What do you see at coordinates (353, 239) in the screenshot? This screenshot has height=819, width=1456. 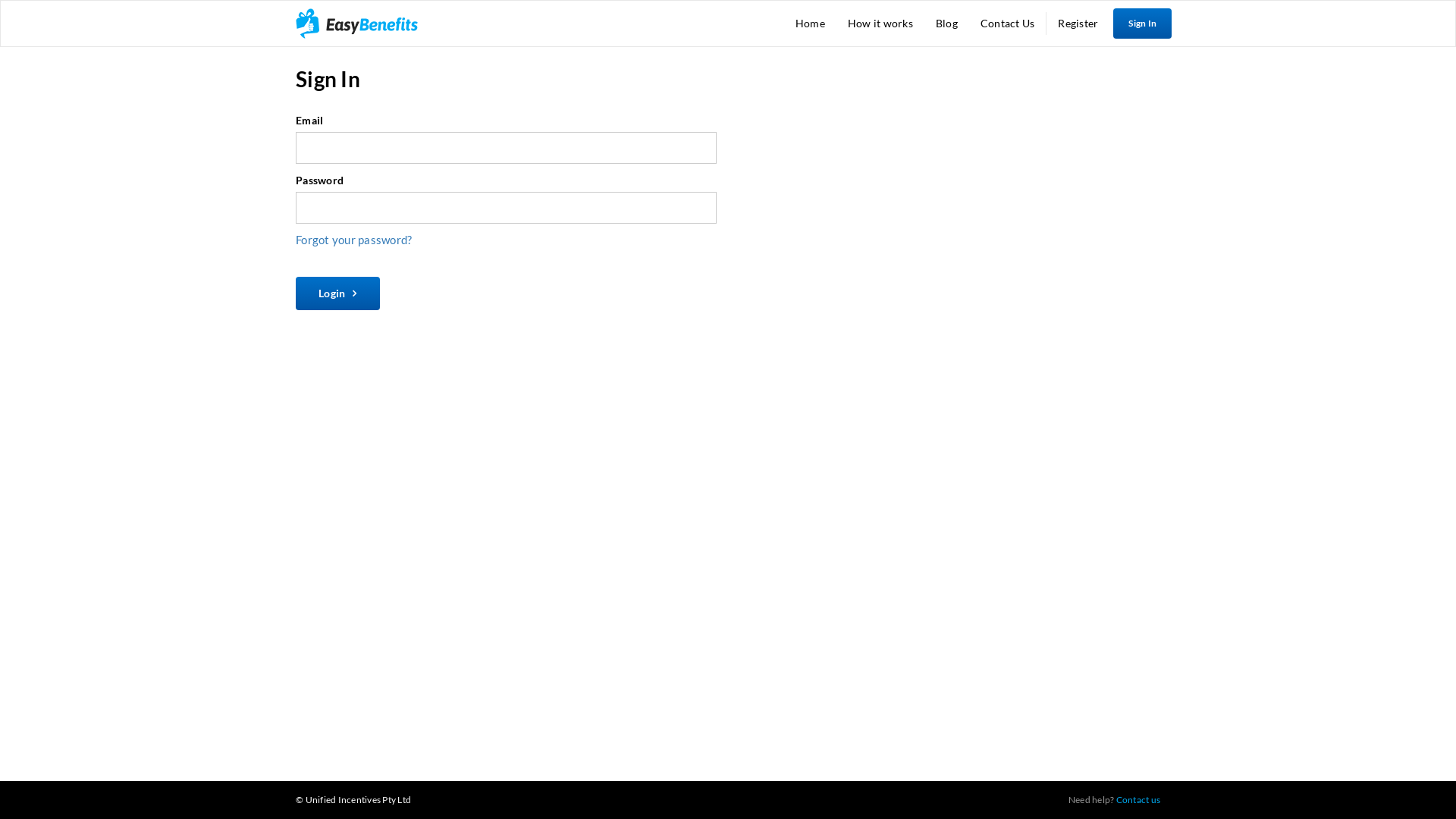 I see `'Forgot your password?'` at bounding box center [353, 239].